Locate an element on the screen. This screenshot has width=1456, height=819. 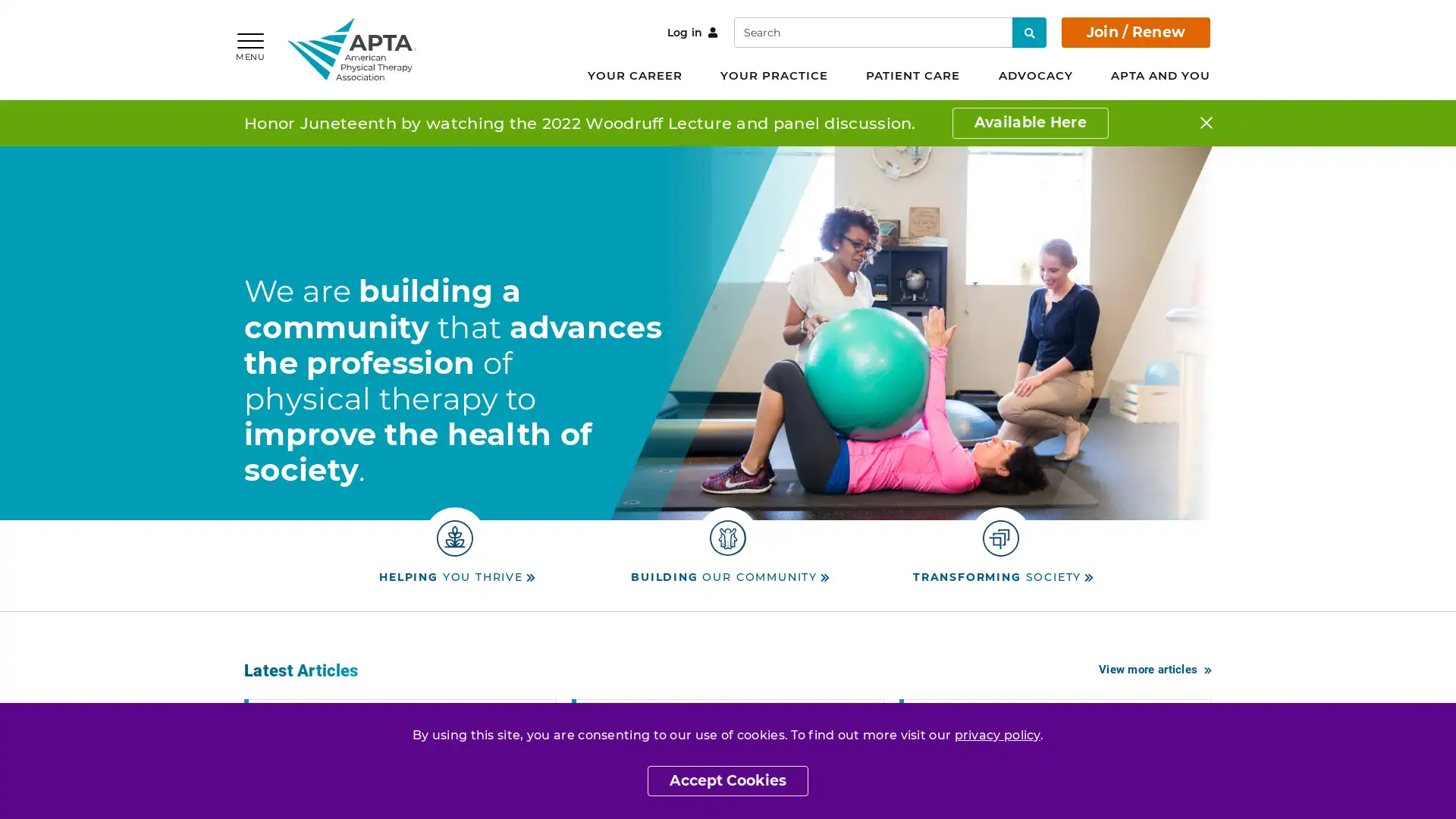
Search is located at coordinates (1029, 32).